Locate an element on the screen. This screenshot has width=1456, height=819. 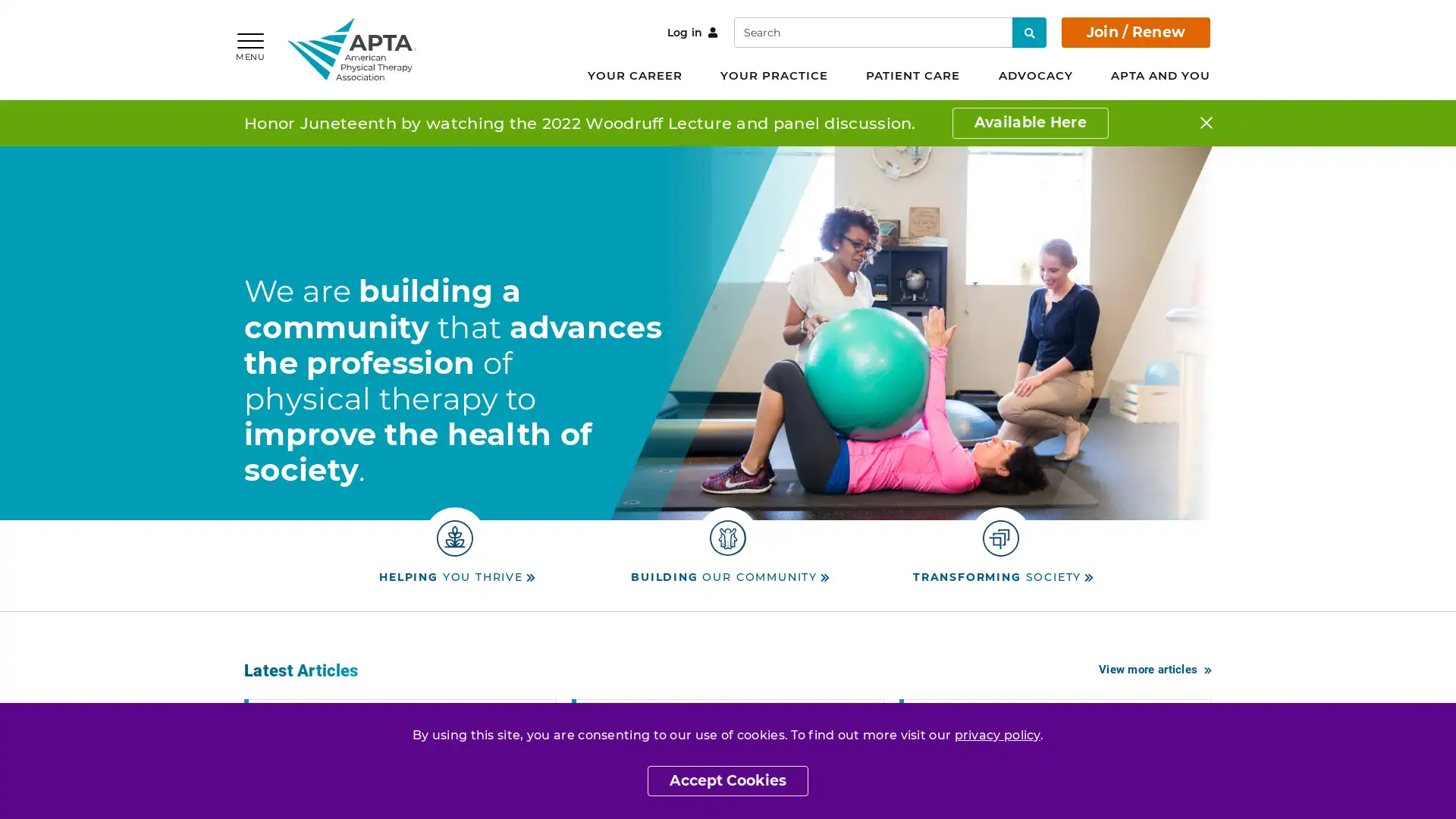
Search is located at coordinates (1029, 32).